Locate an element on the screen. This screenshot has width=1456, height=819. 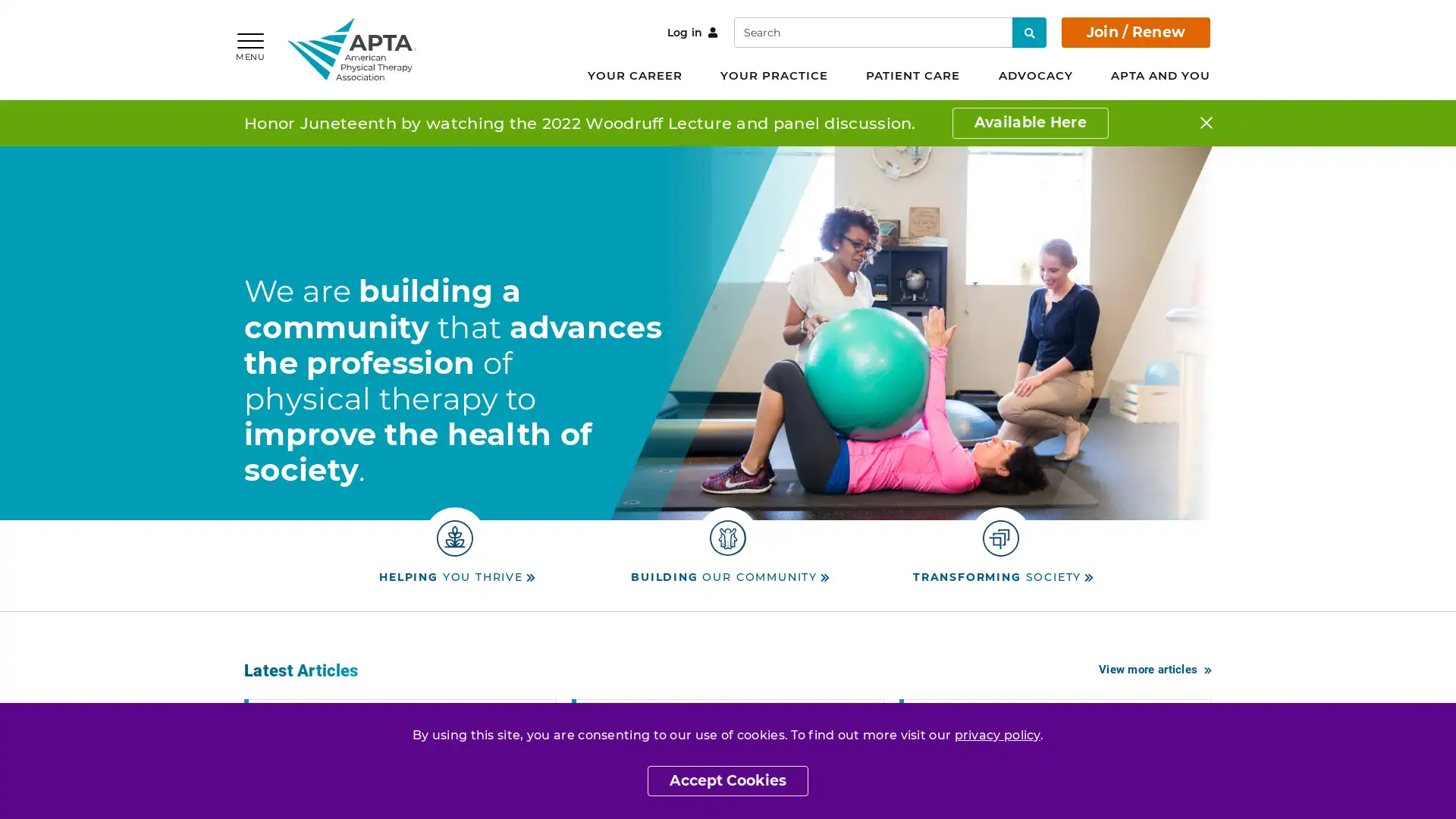
Search is located at coordinates (1029, 32).